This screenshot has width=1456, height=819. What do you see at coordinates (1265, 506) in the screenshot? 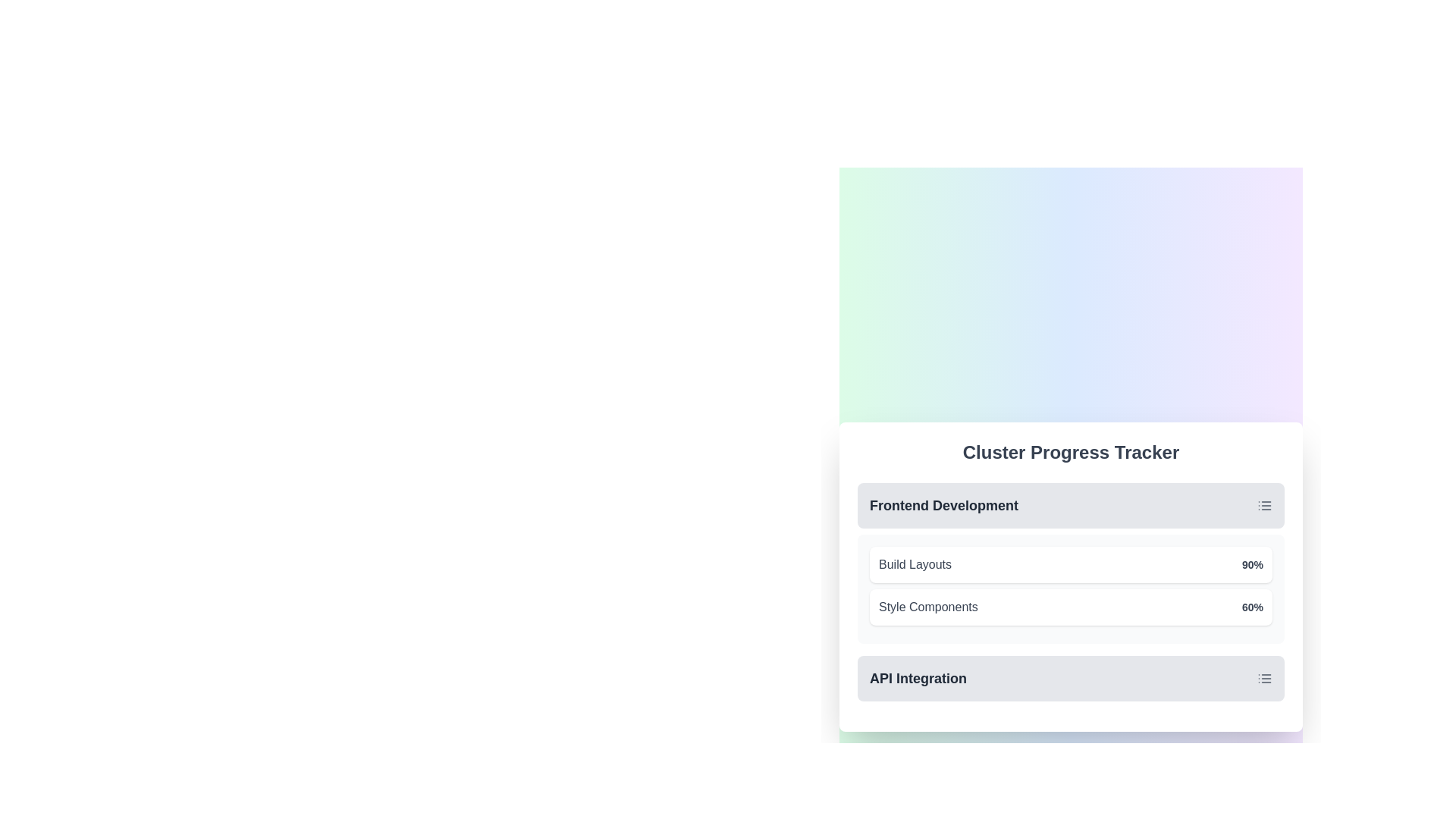
I see `the icon representing the menu or options toggle for the 'Frontend Development' section` at bounding box center [1265, 506].